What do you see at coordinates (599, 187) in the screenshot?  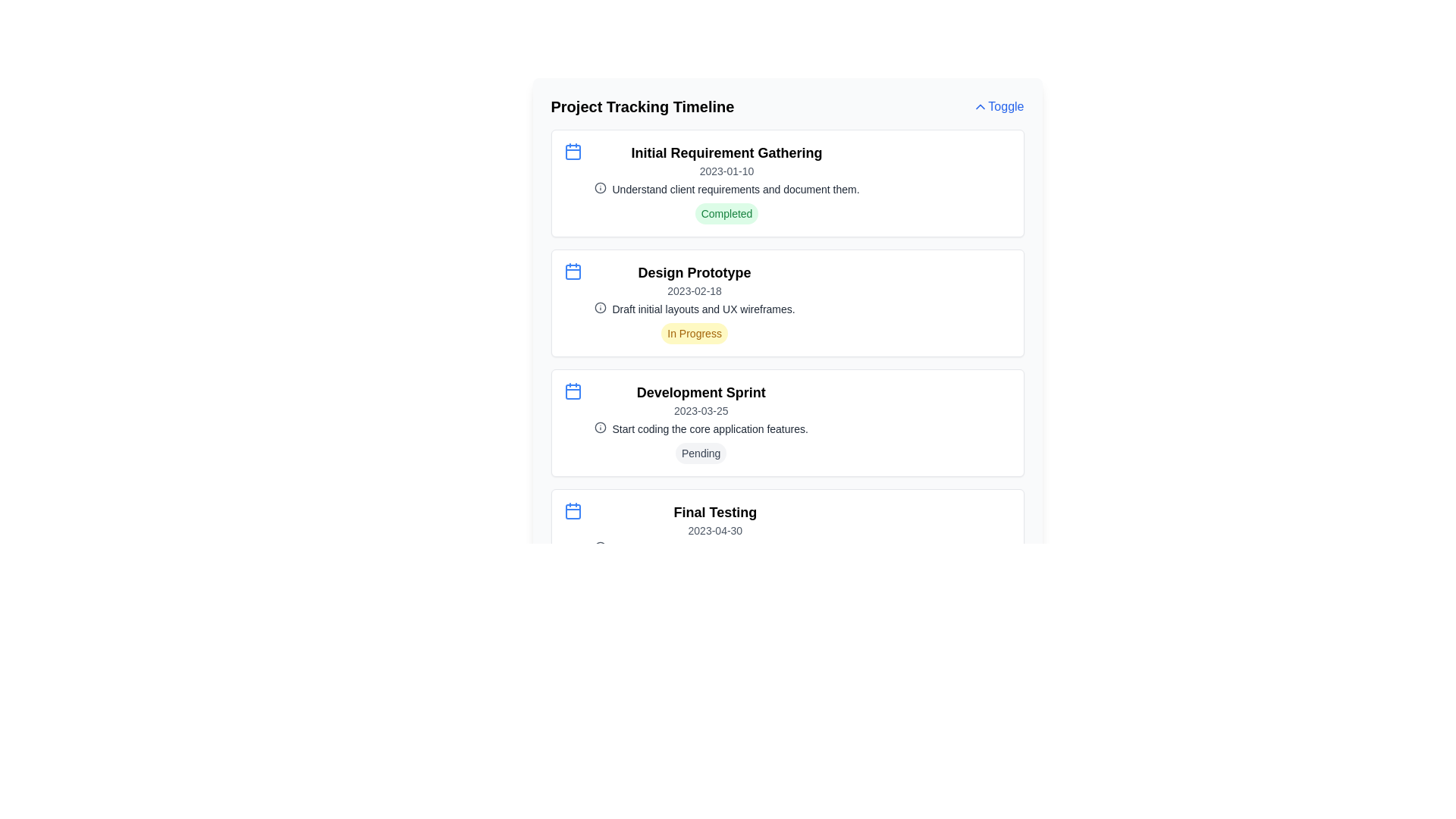 I see `the informational circular icon with an encircled 'i' positioned to the left of the text 'Understand client requirements and document them.' in the timeline component titled 'Initial Requirement Gathering'` at bounding box center [599, 187].